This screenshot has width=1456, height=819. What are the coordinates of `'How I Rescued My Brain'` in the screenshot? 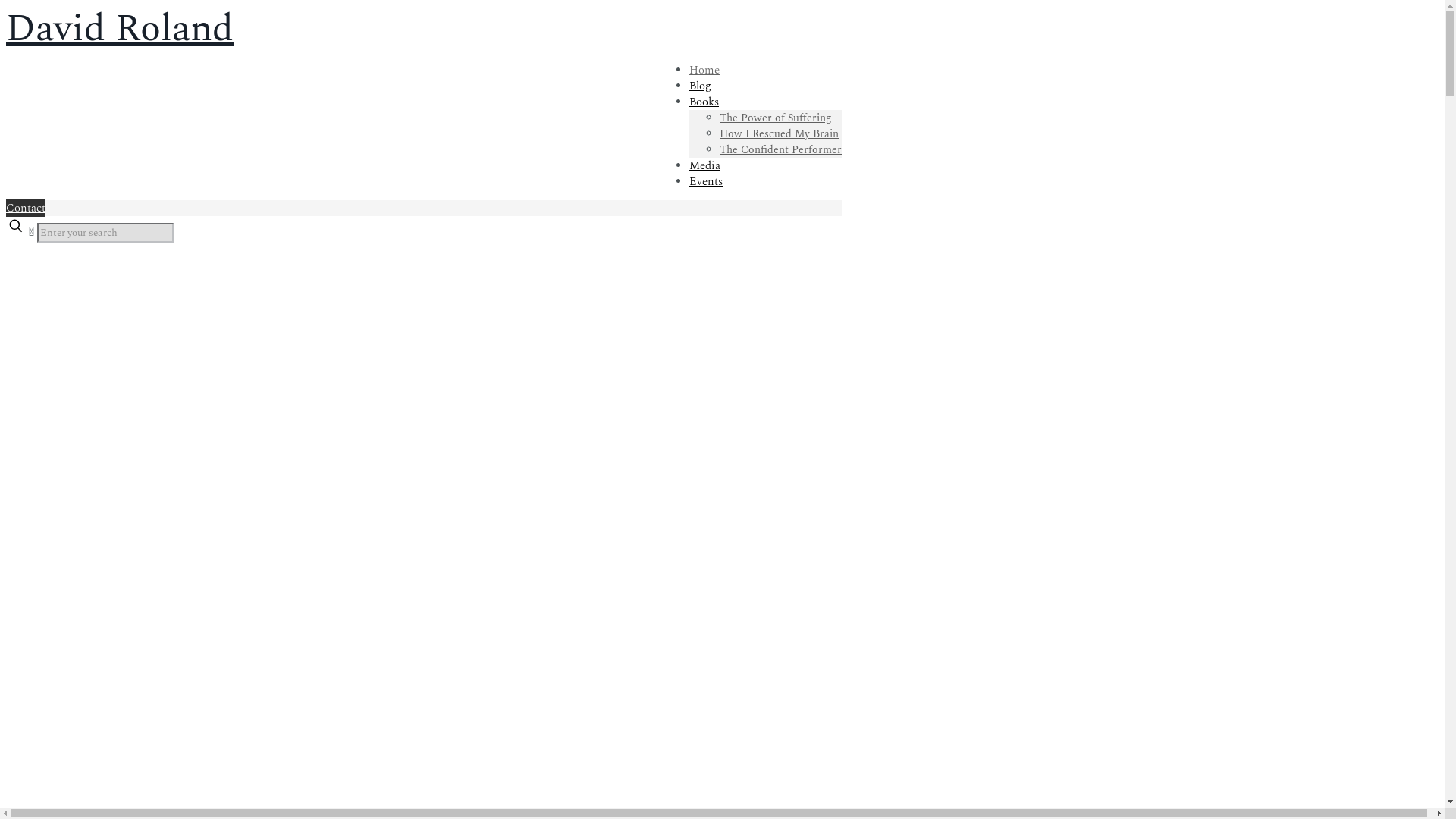 It's located at (719, 133).